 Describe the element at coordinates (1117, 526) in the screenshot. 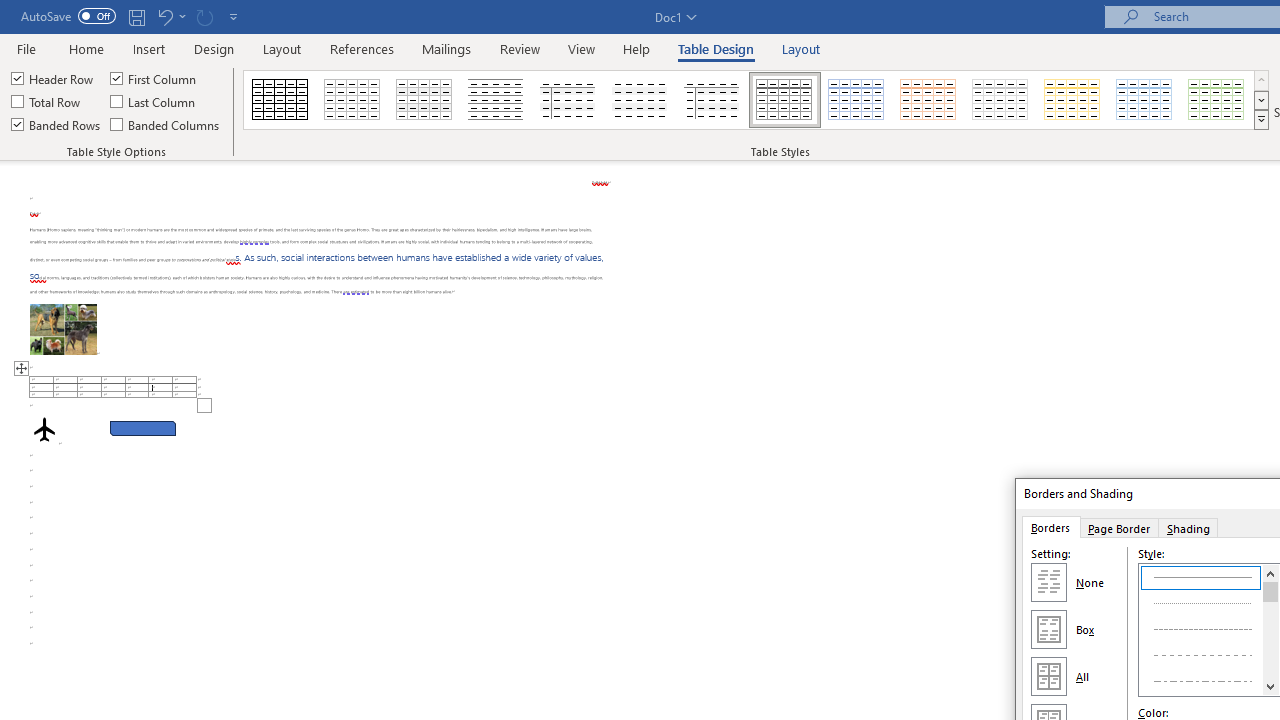

I see `'Page Border'` at that location.